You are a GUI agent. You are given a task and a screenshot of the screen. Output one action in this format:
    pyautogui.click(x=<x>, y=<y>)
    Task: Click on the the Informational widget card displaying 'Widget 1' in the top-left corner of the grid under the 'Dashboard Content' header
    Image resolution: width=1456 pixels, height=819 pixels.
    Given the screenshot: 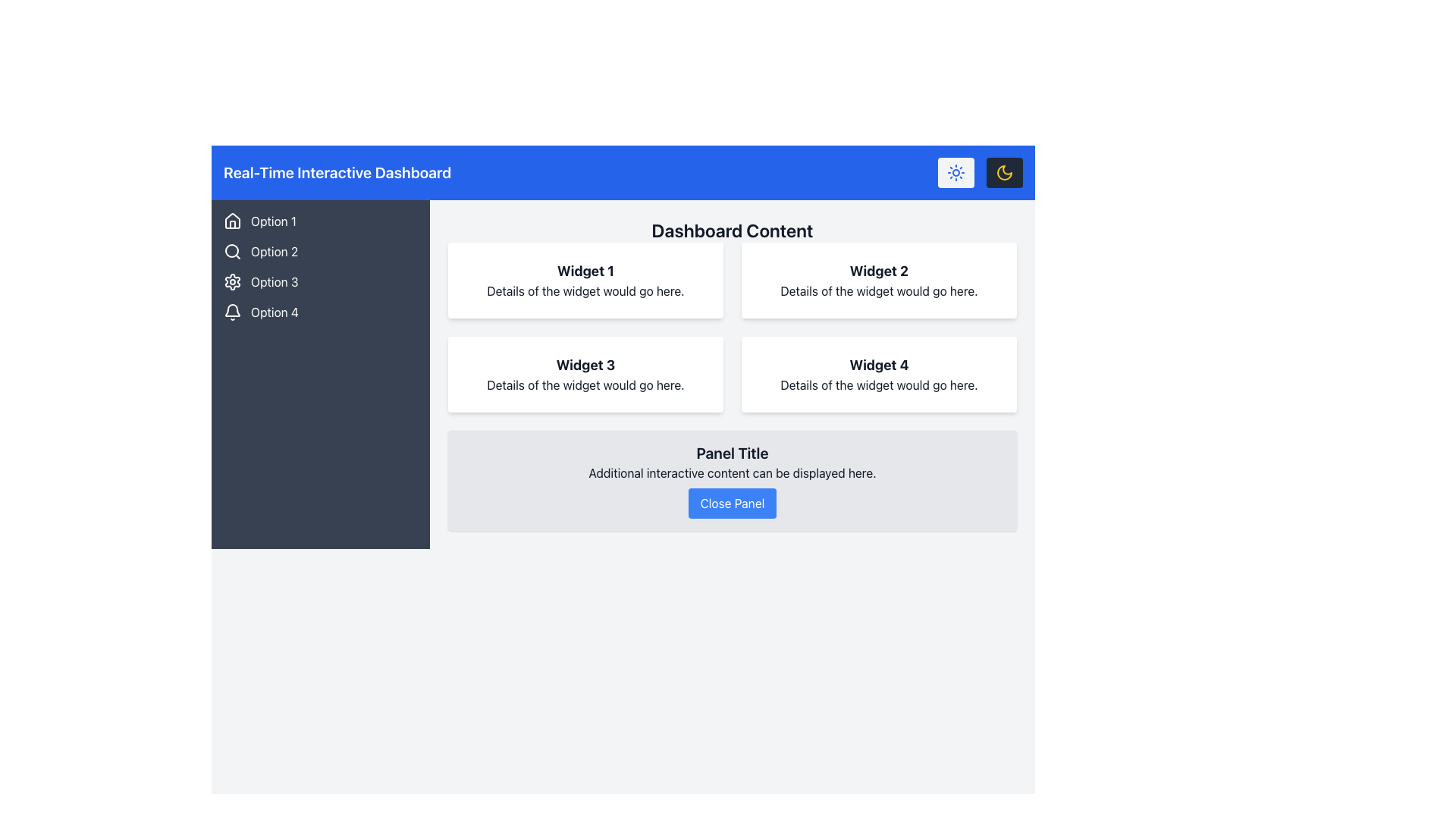 What is the action you would take?
    pyautogui.click(x=585, y=281)
    